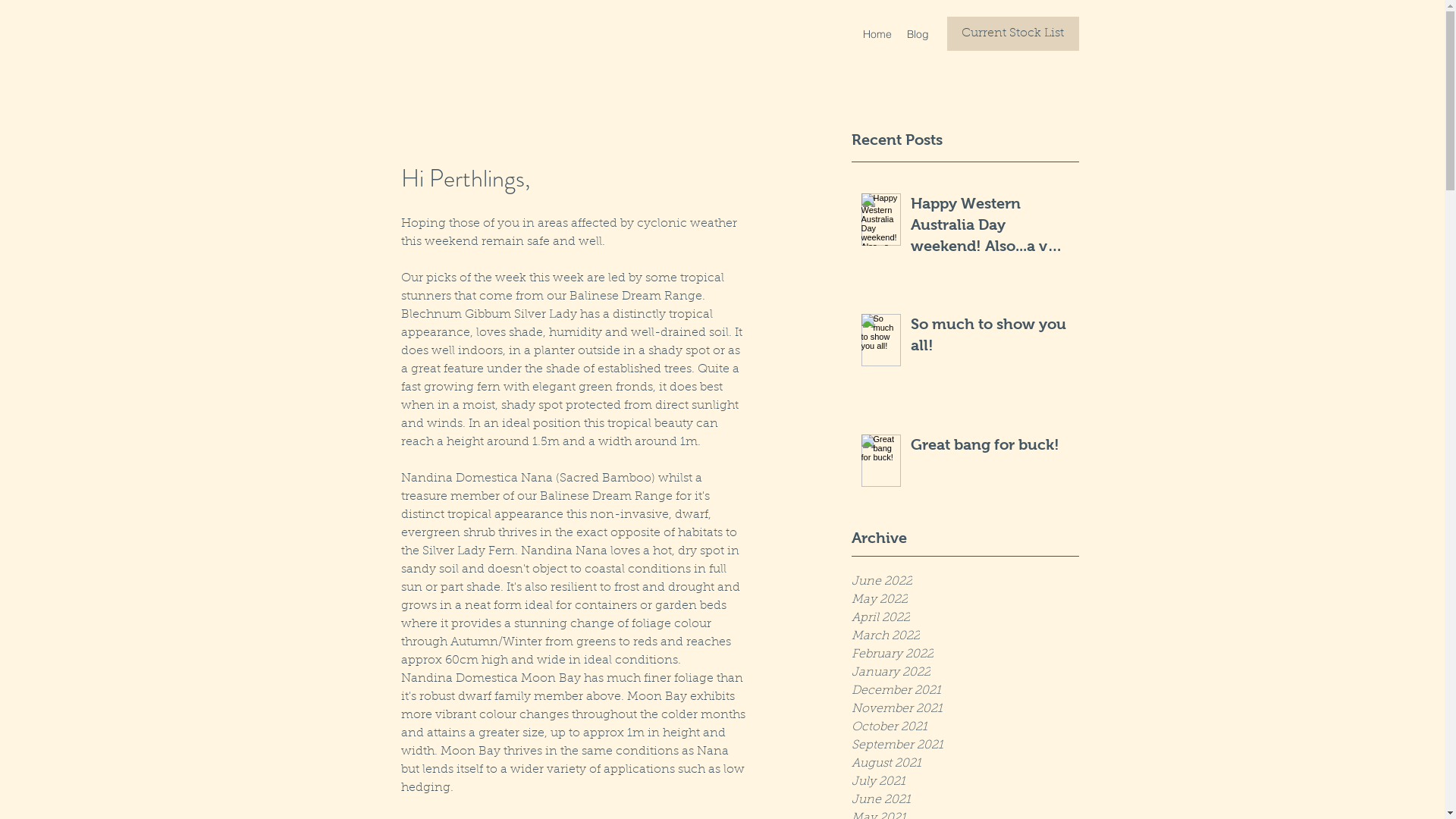 The height and width of the screenshot is (819, 1456). Describe the element at coordinates (851, 690) in the screenshot. I see `'December 2021'` at that location.